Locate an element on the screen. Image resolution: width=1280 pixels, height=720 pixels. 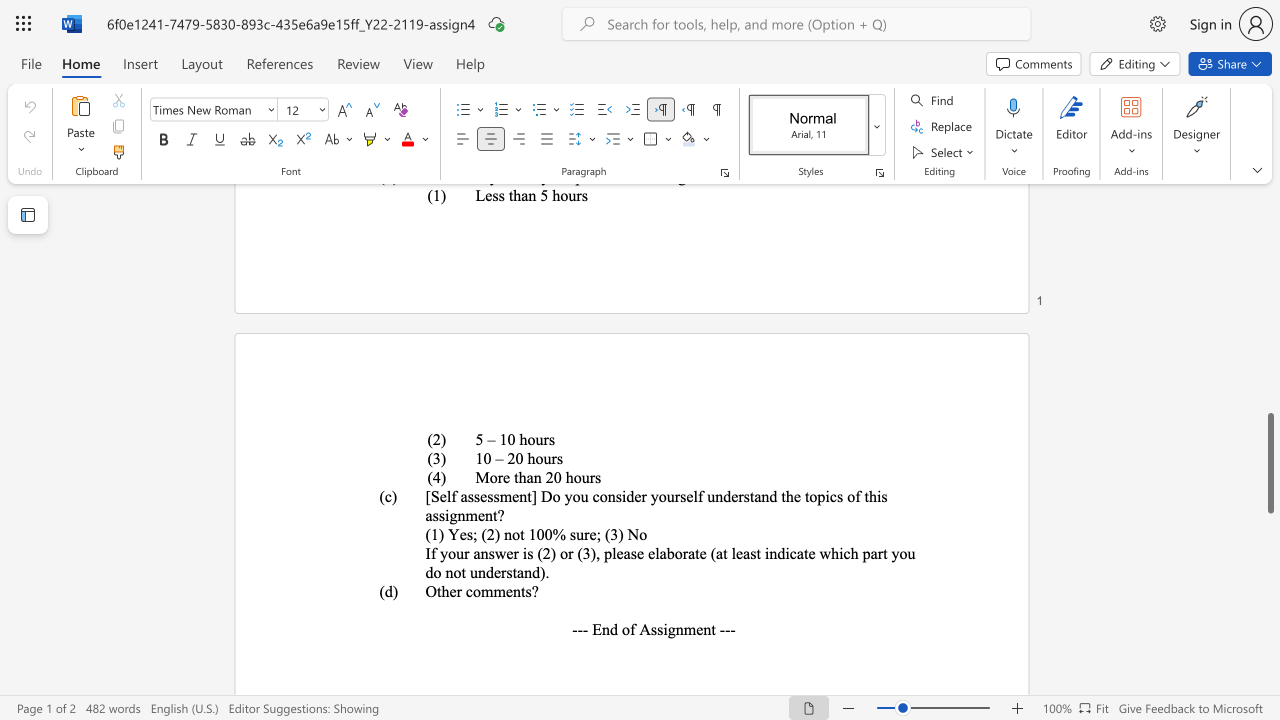
the subset text "nt" within the text "Other comments?" is located at coordinates (513, 590).